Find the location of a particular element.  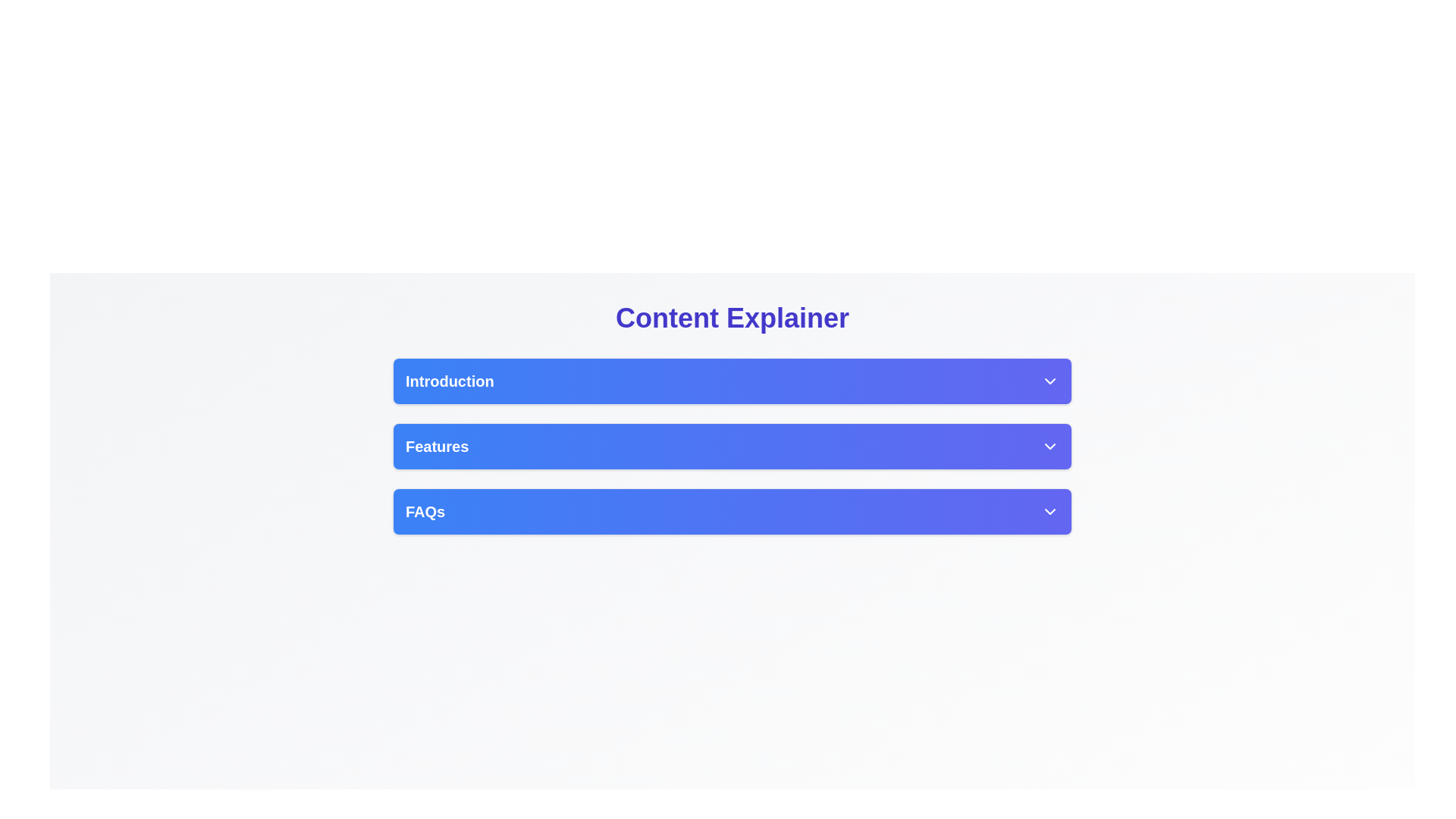

the static label that identifies the content of the associated card, located in the first blue gradient panel labeled 'Introduction' is located at coordinates (449, 380).